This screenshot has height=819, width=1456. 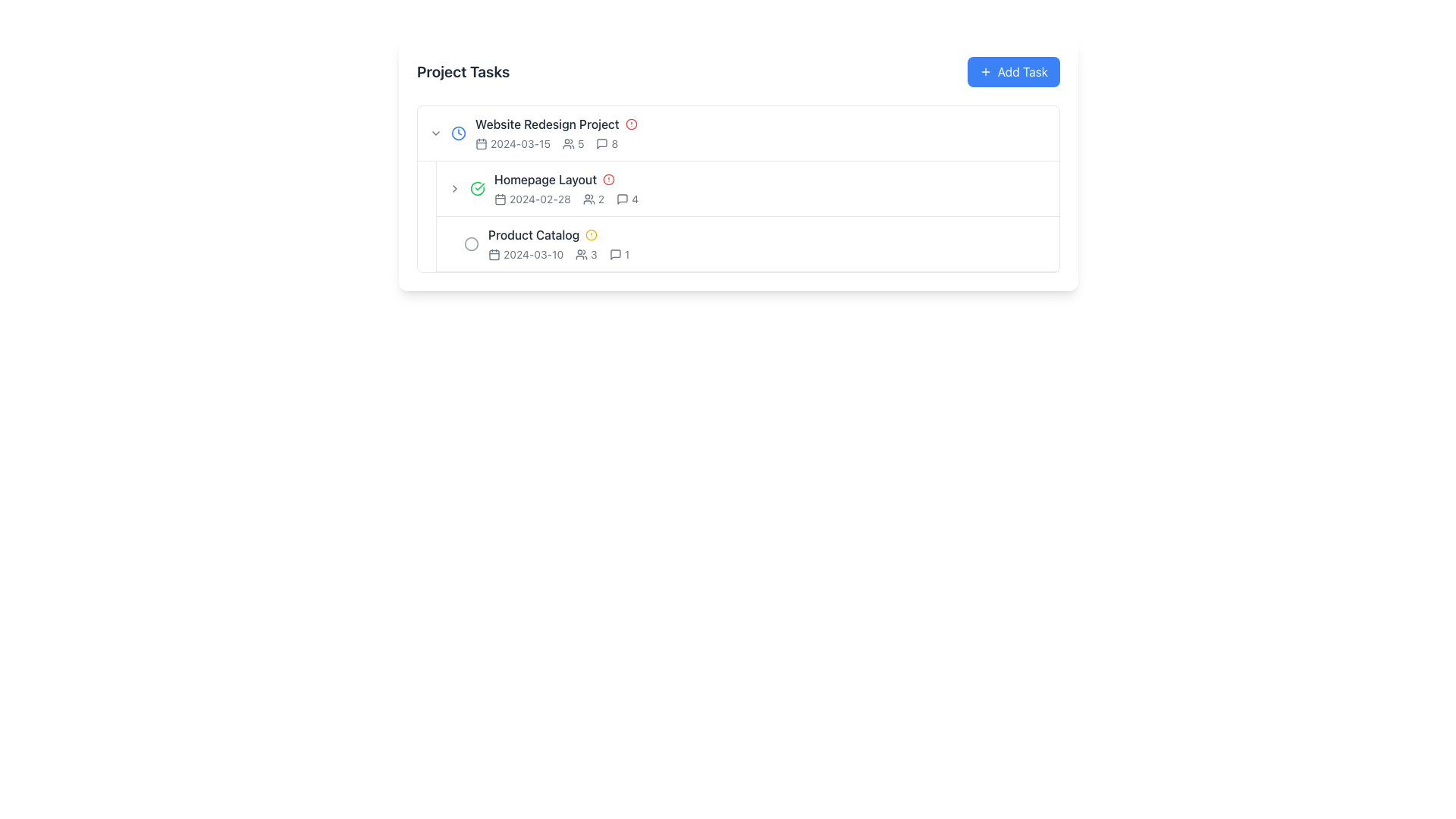 I want to click on displayed numeric text '2' that is positioned adjacent to a user icon in the 'Homepage Layout' task row, so click(x=600, y=198).